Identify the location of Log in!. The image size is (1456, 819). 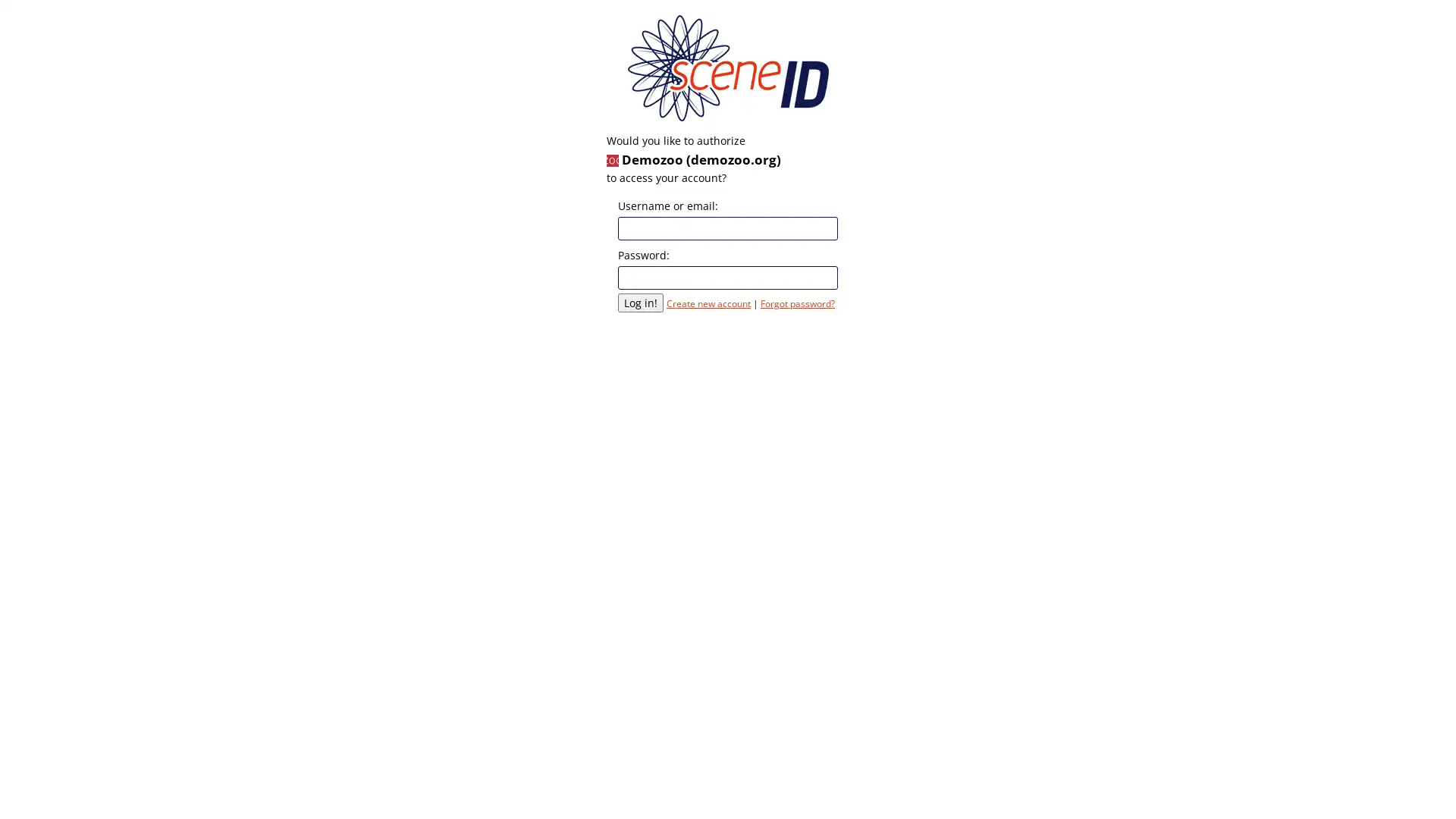
(640, 302).